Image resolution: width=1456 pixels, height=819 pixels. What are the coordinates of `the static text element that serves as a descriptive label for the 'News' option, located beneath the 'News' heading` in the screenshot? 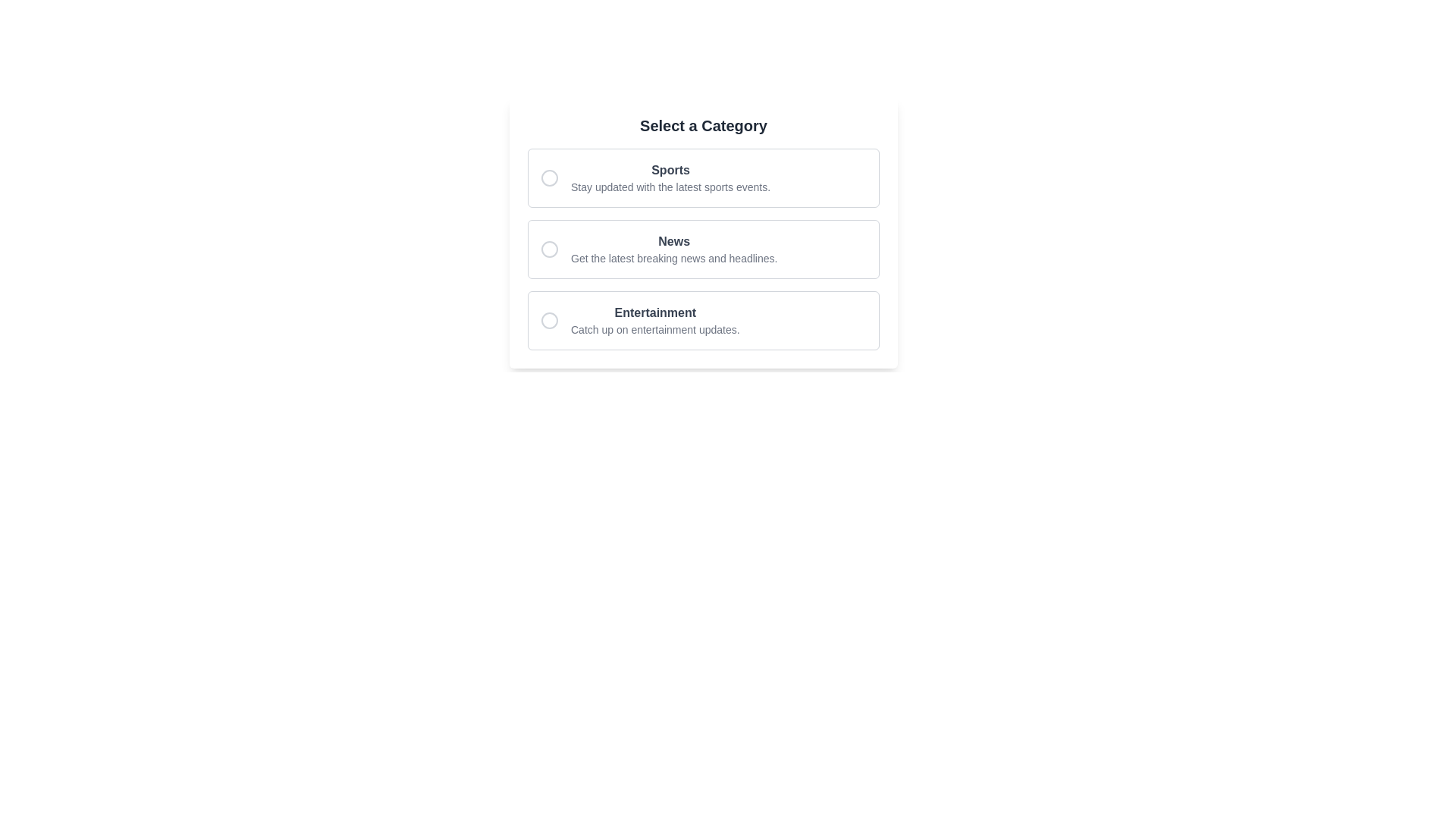 It's located at (673, 257).